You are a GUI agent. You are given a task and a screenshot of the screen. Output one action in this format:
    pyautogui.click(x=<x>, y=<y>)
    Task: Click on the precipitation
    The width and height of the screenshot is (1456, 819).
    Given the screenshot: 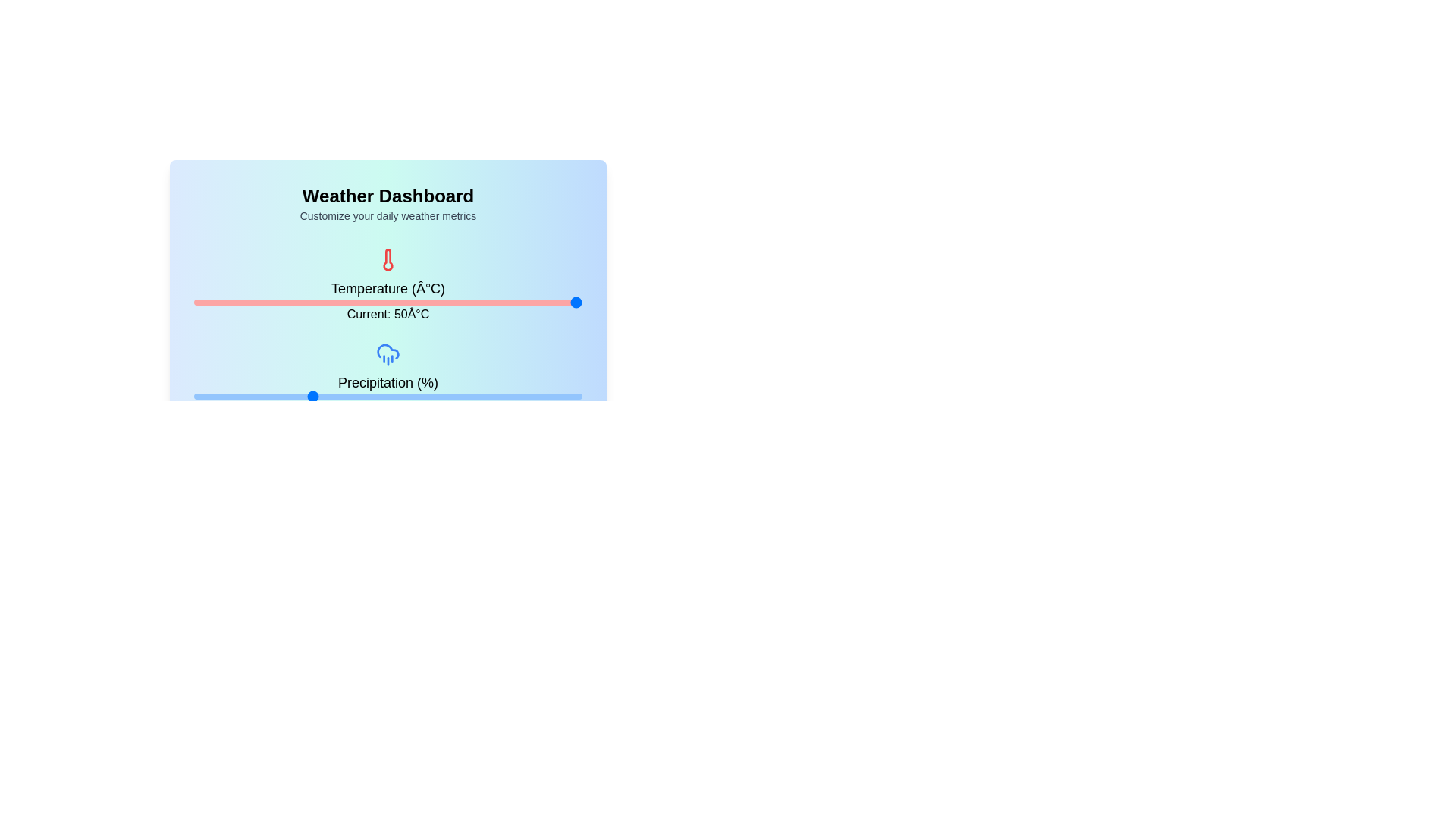 What is the action you would take?
    pyautogui.click(x=256, y=396)
    